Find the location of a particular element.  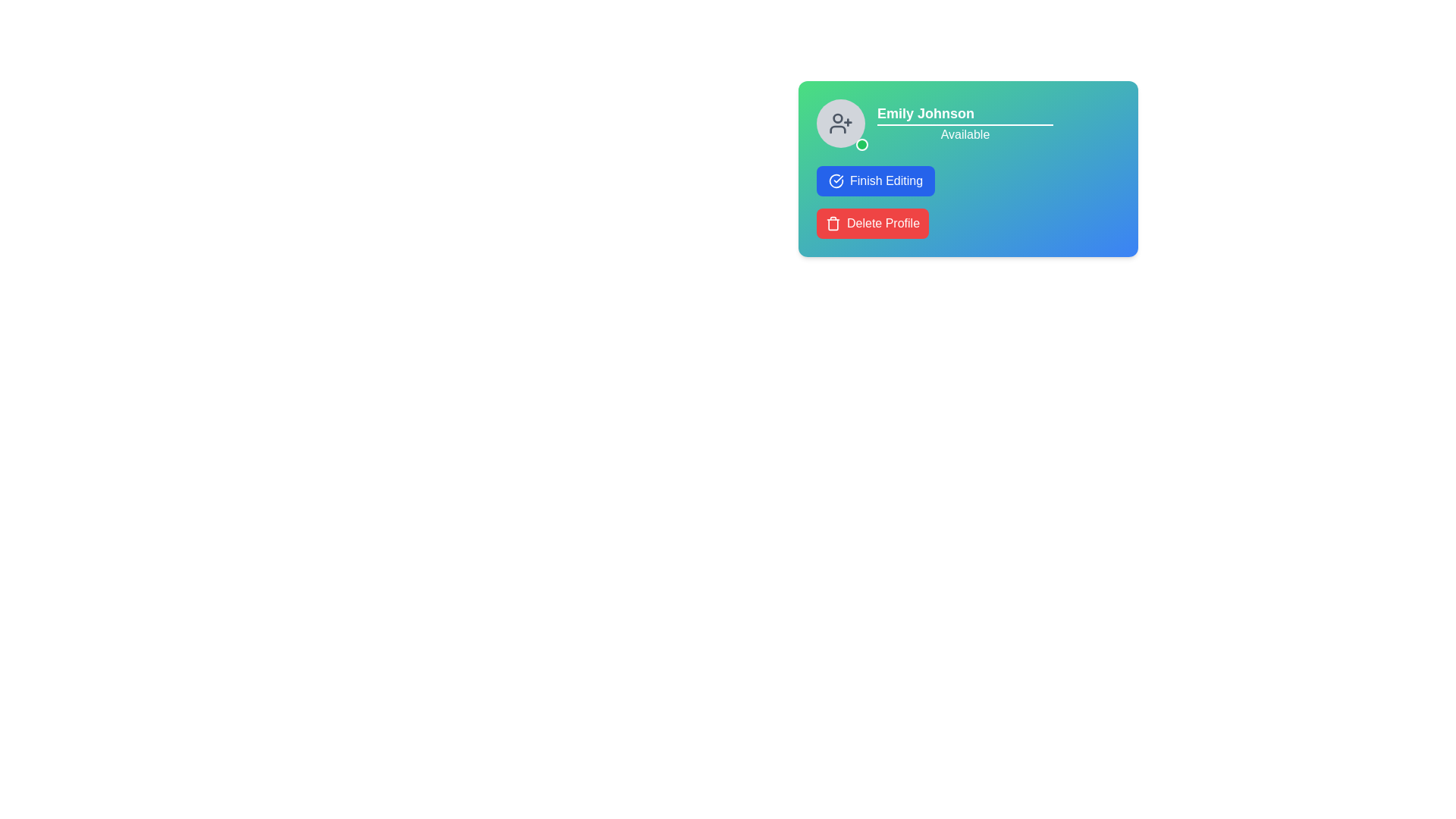

the blue 'Finish Editing' button with a white circular checkmark icon to finalize the editing is located at coordinates (876, 180).